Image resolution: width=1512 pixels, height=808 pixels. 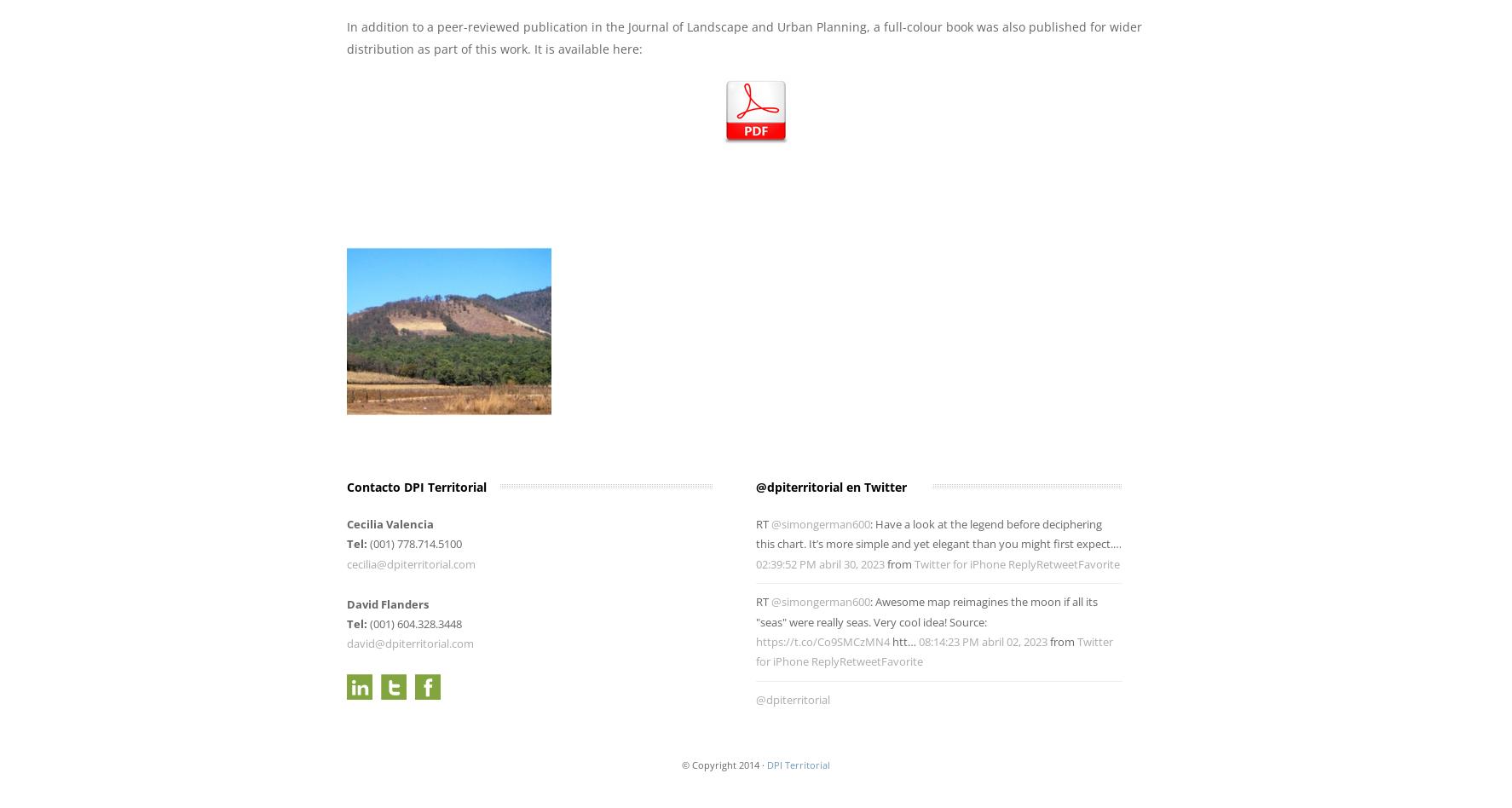 I want to click on '(001) 778.714.5100', so click(x=414, y=543).